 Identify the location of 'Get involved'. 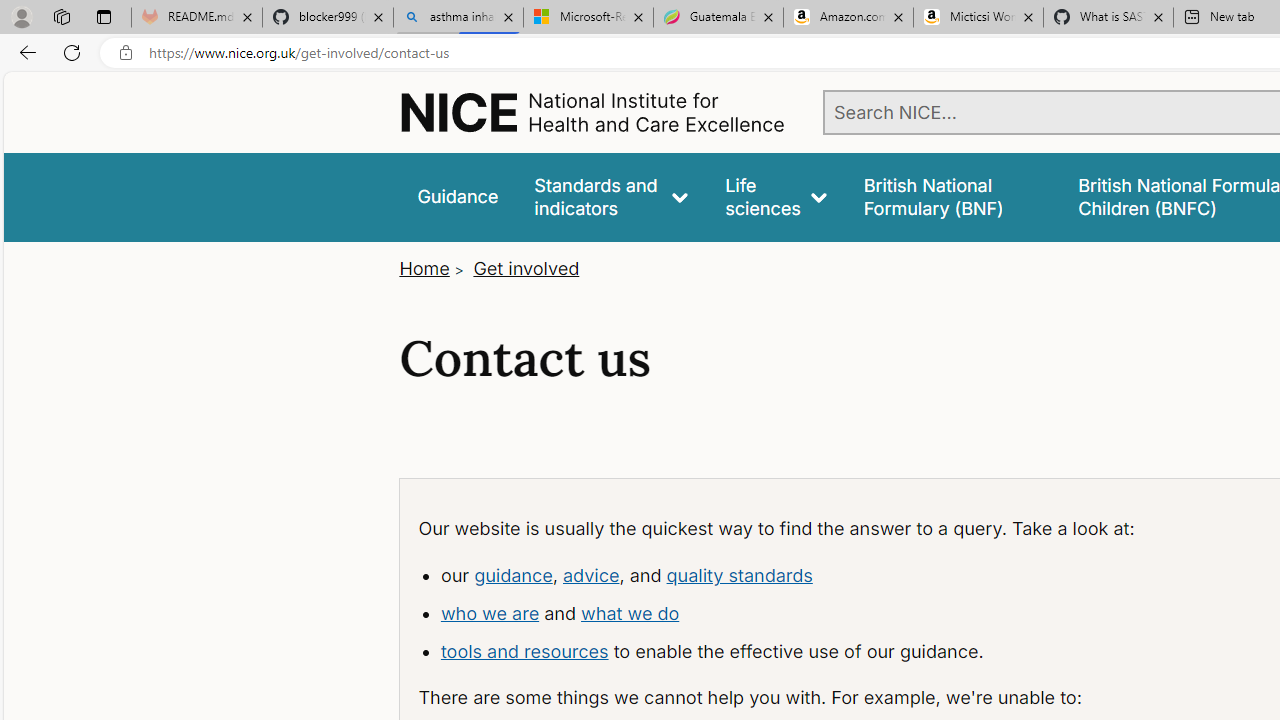
(526, 268).